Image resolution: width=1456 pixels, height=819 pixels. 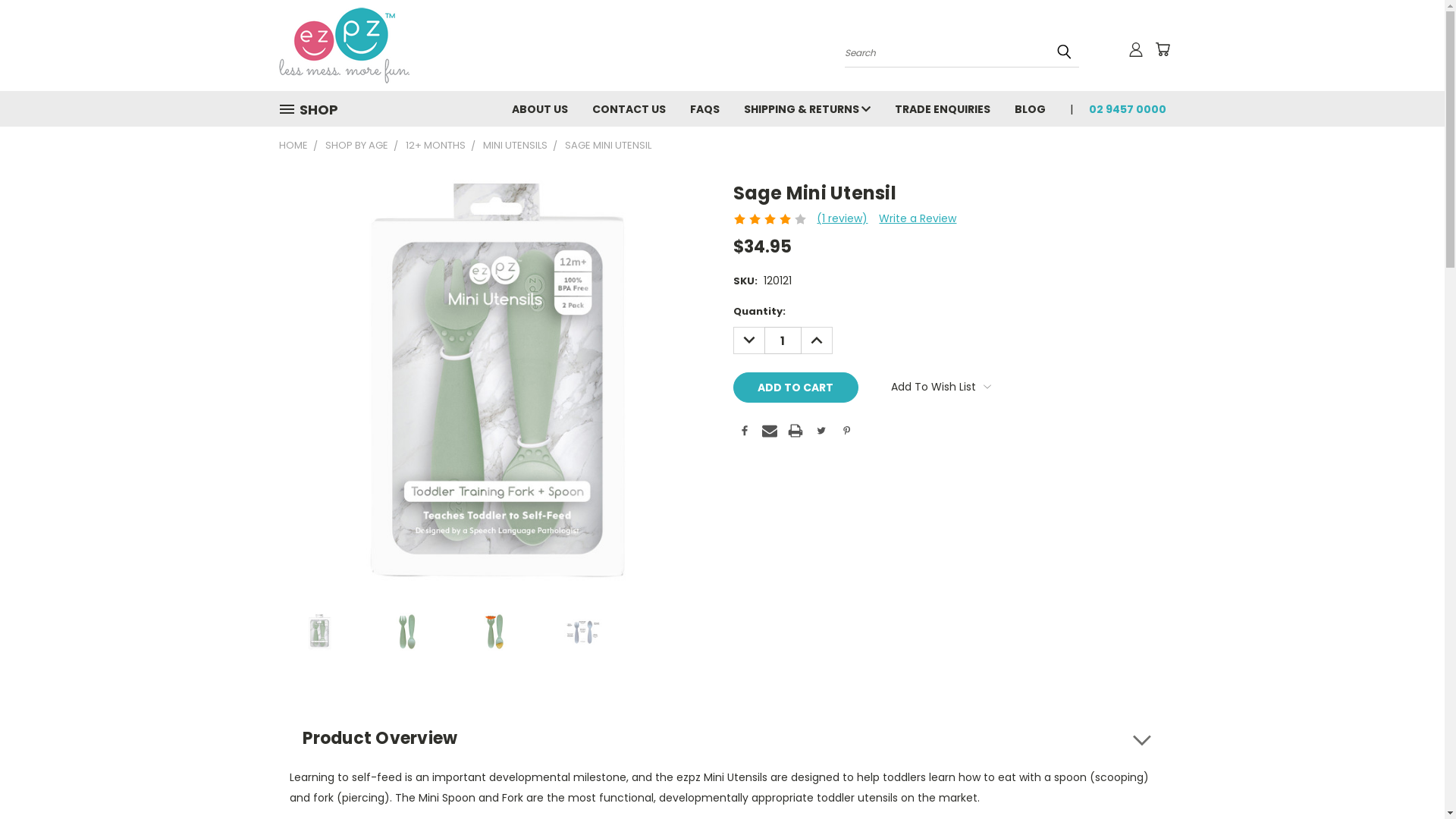 I want to click on 'Add To Wish List', so click(x=940, y=385).